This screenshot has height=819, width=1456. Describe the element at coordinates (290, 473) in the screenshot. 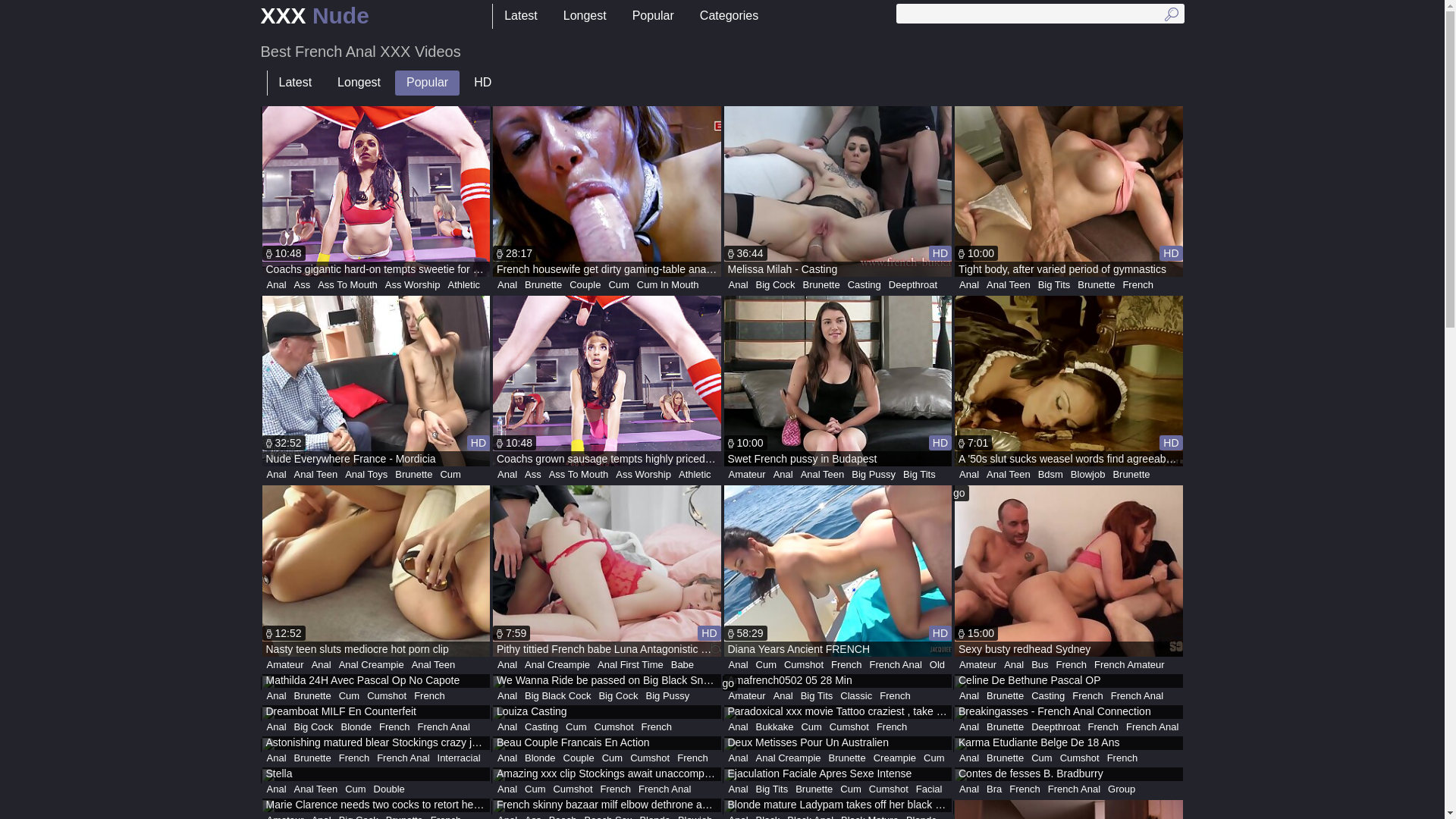

I see `'Anal Teen'` at that location.